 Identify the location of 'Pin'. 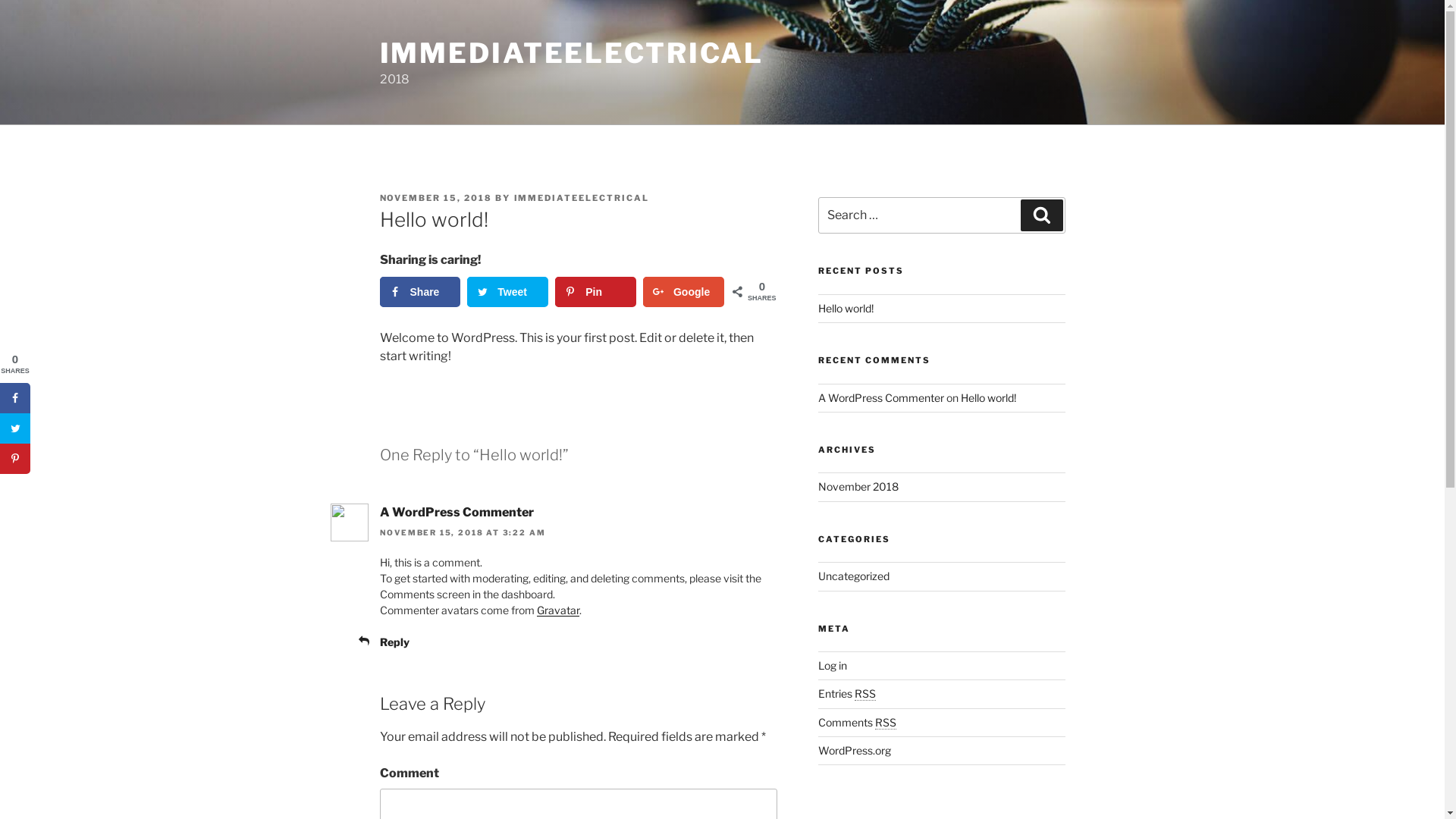
(595, 292).